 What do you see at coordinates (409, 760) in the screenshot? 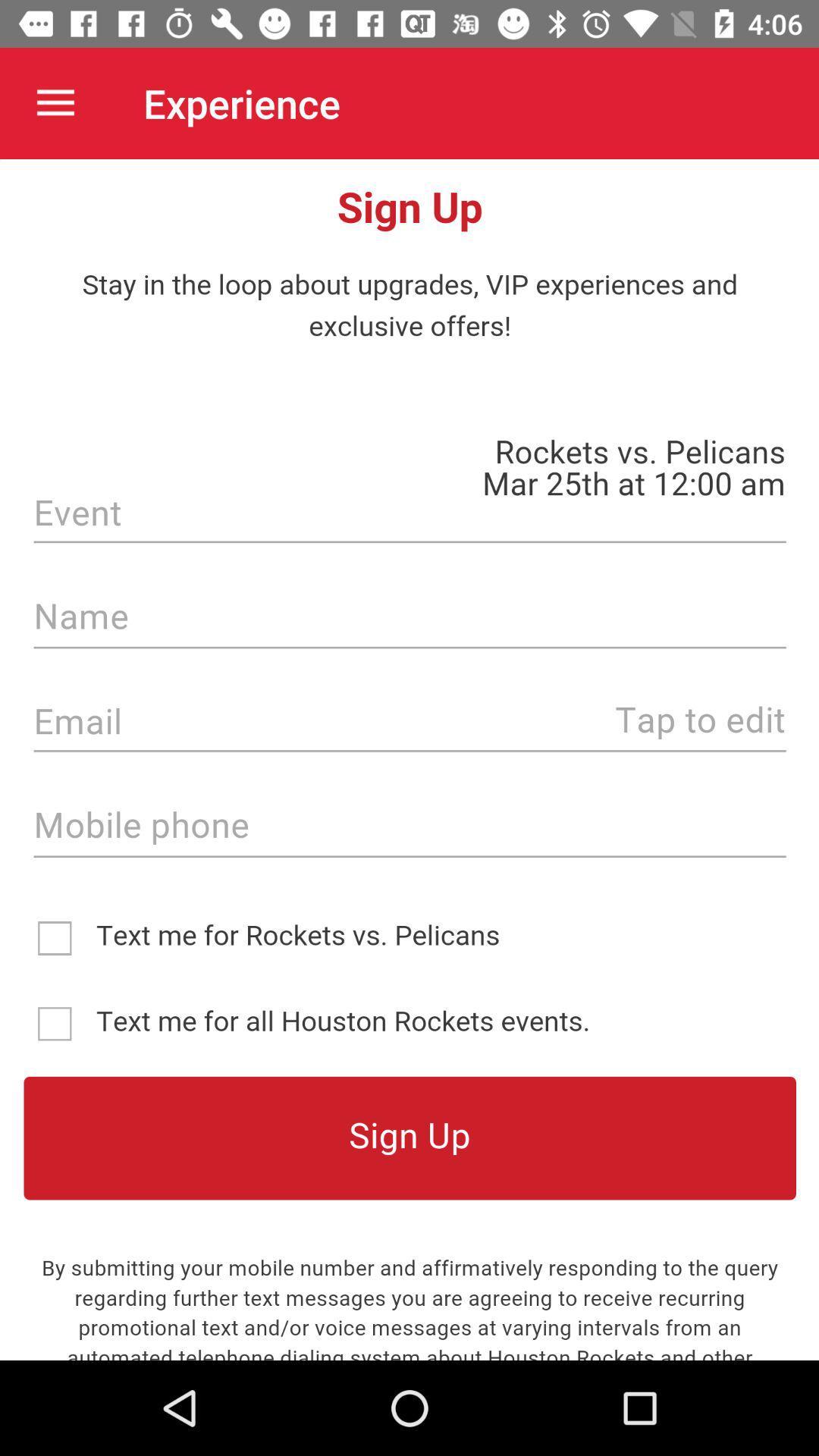
I see `description` at bounding box center [409, 760].